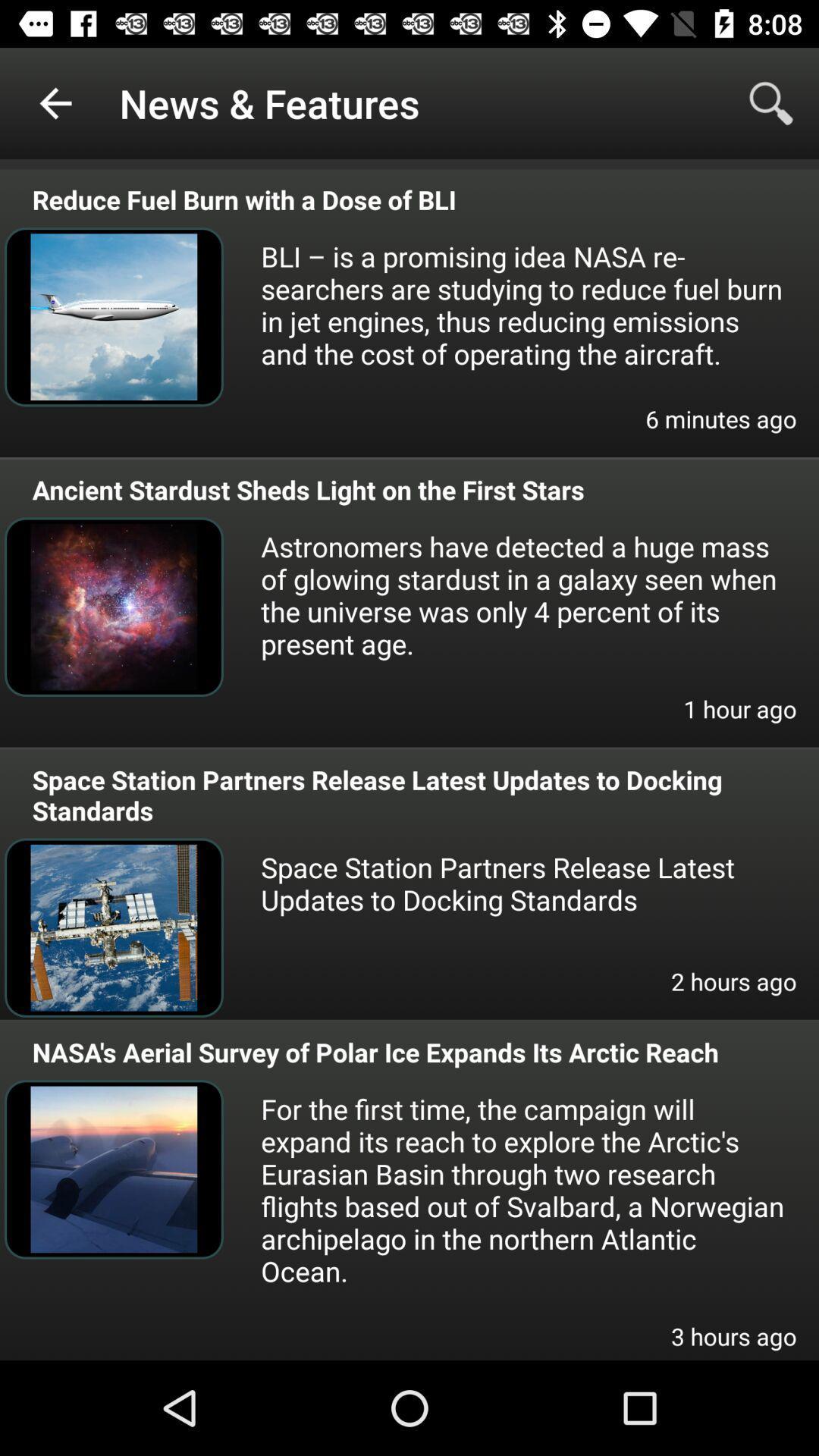 The height and width of the screenshot is (1456, 819). What do you see at coordinates (720, 428) in the screenshot?
I see `the item below the bli is a` at bounding box center [720, 428].